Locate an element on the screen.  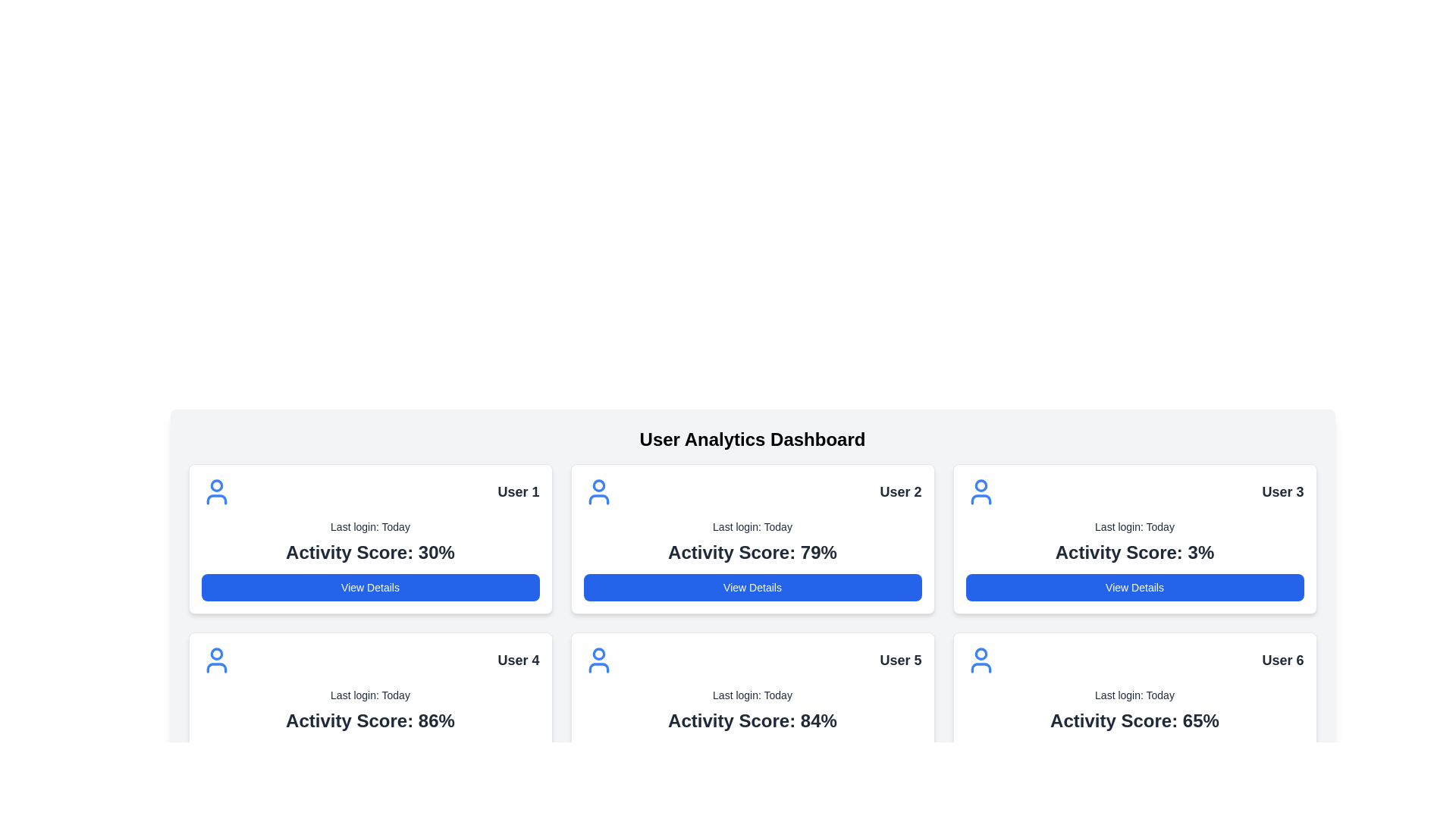
the user profile icon located on the left side of the card labeled 'User 2' in the second position of the top row of the user dashboard is located at coordinates (598, 491).